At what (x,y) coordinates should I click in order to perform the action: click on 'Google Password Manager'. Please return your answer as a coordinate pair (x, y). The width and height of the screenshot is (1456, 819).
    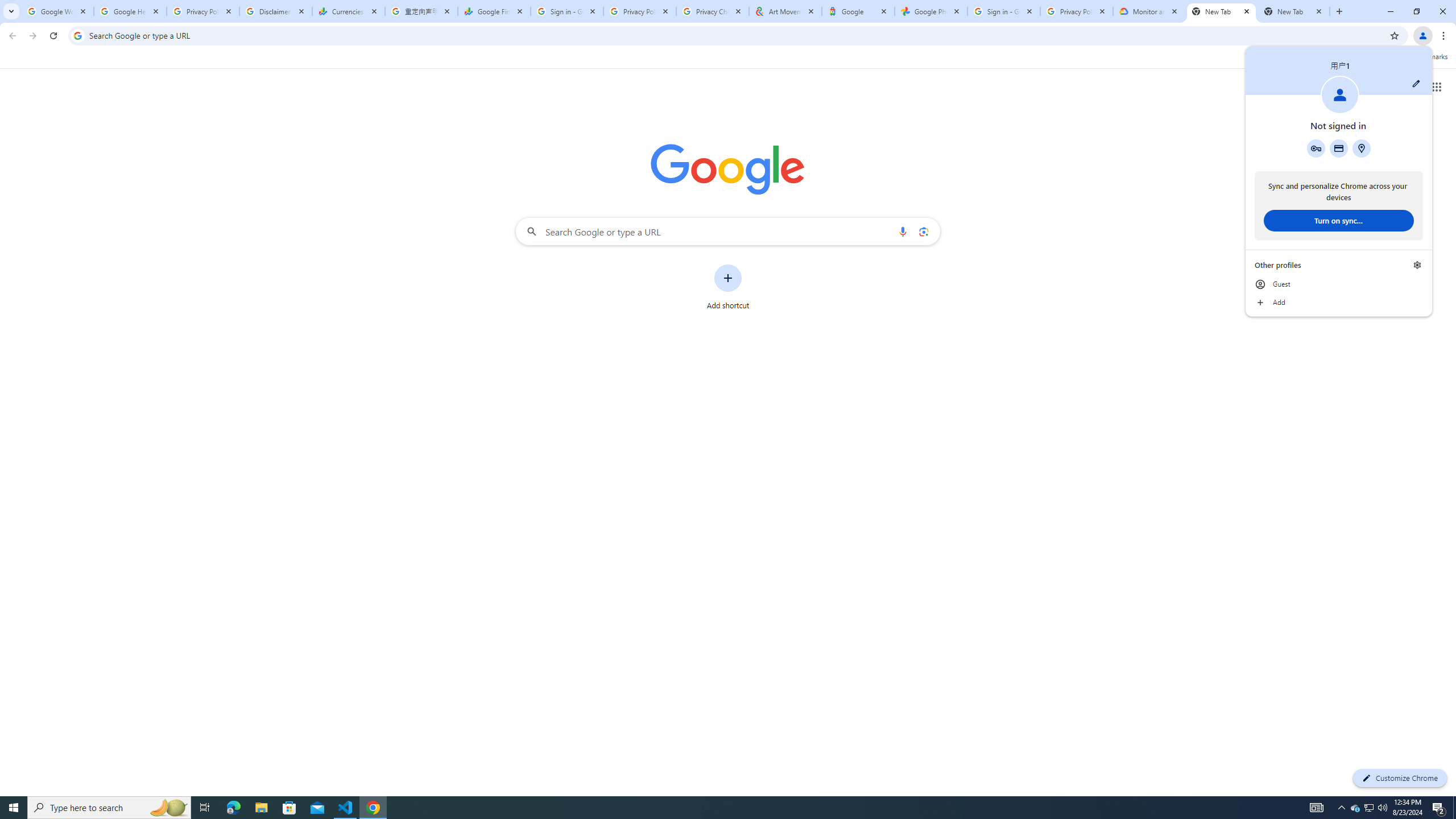
    Looking at the image, I should click on (1316, 148).